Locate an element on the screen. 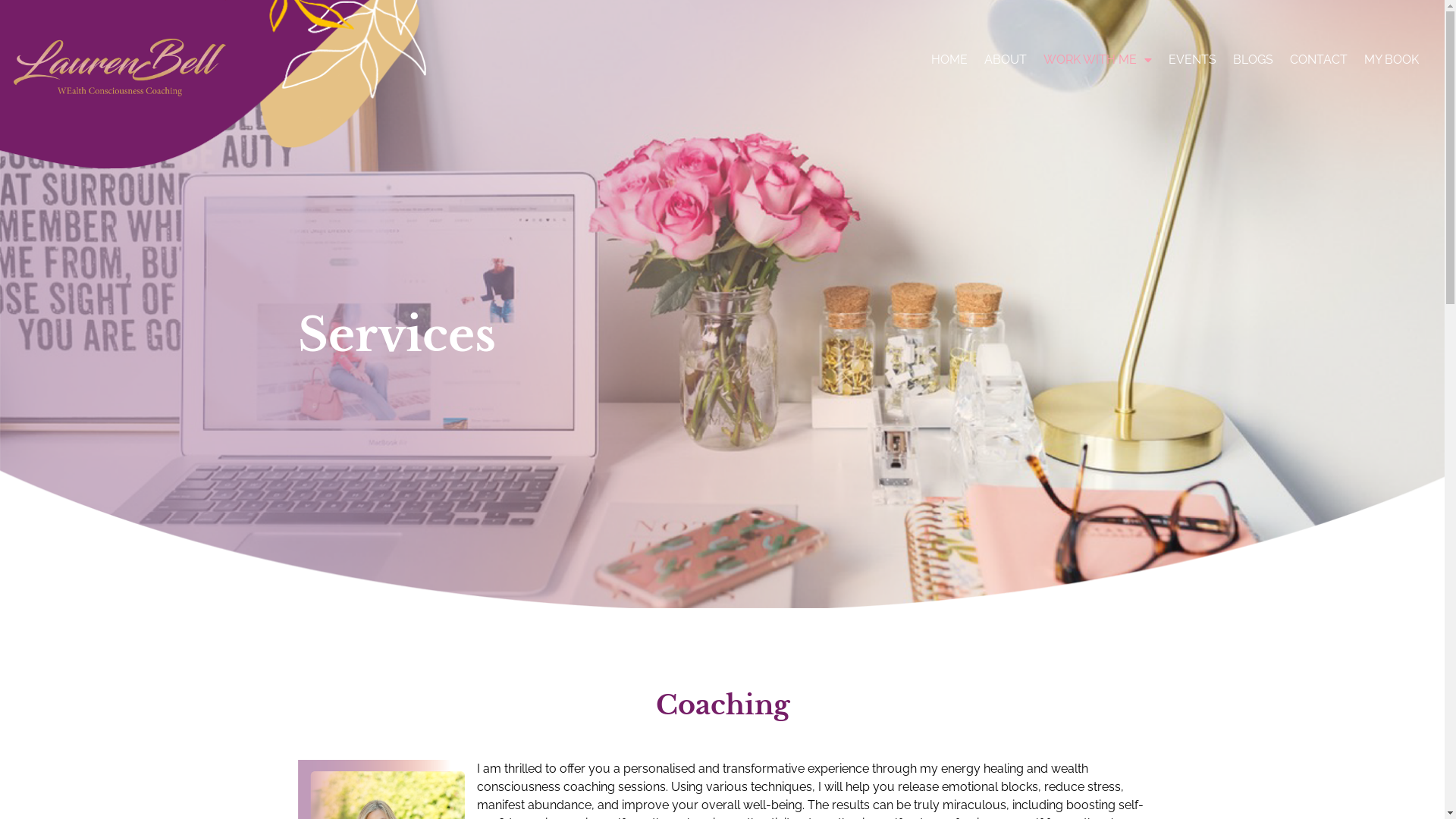 Image resolution: width=1456 pixels, height=819 pixels. 'CONTACT' is located at coordinates (1317, 58).